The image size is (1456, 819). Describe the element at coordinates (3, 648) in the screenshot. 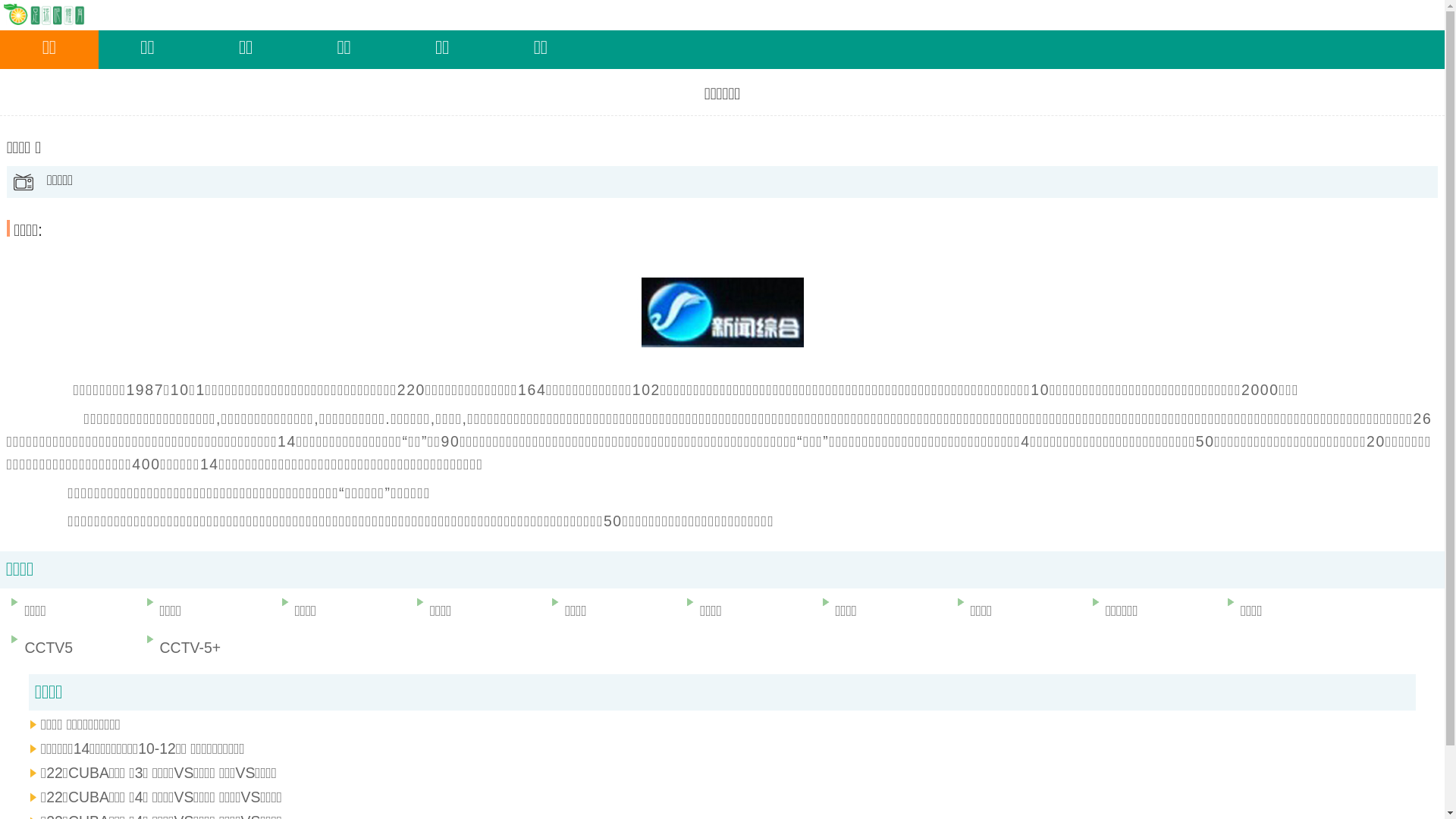

I see `'CCTV5'` at that location.